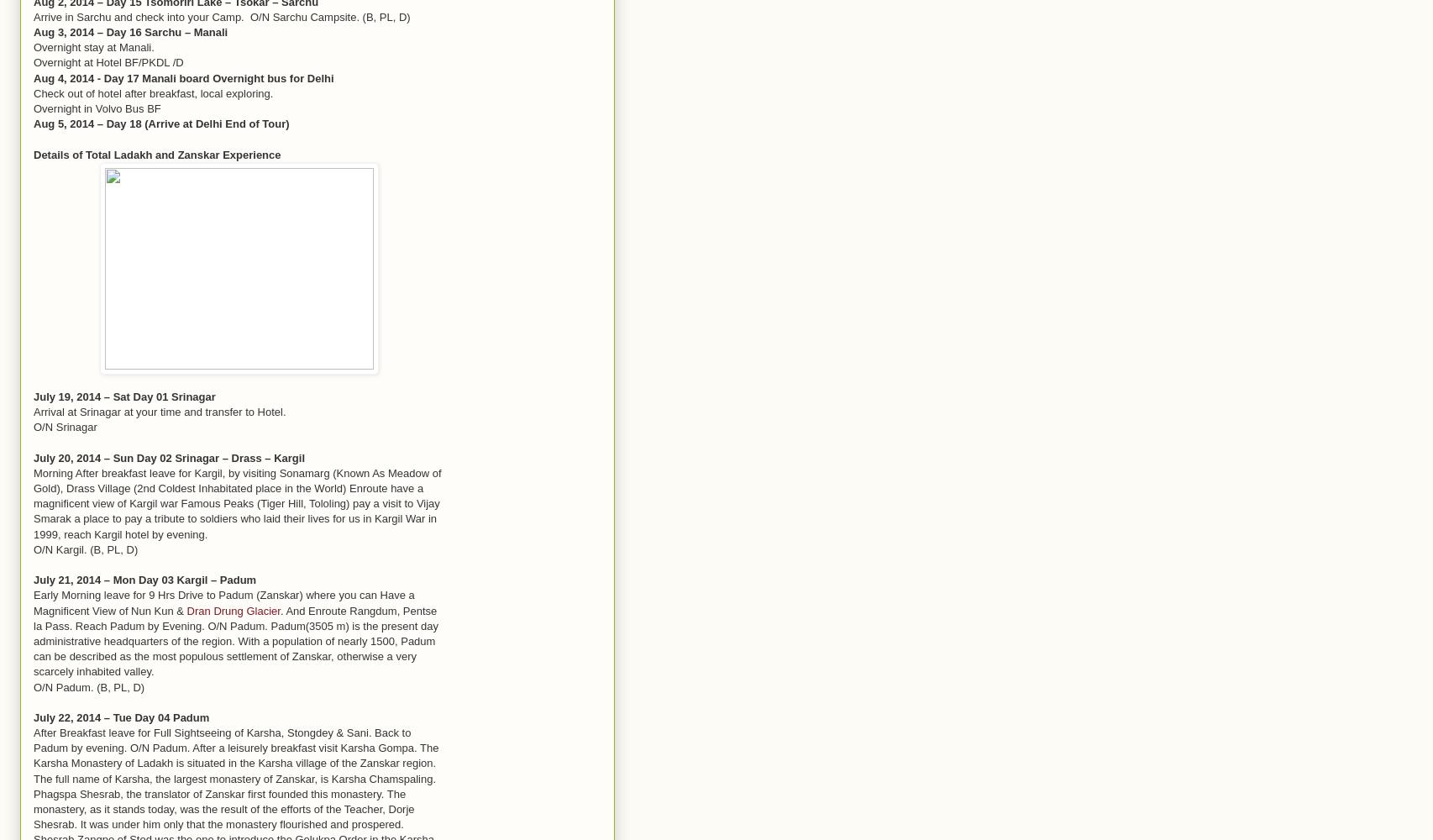 This screenshot has height=840, width=1433. Describe the element at coordinates (33, 579) in the screenshot. I see `'July 21, 2014 – Mon Day 03 Kargil – Padum'` at that location.